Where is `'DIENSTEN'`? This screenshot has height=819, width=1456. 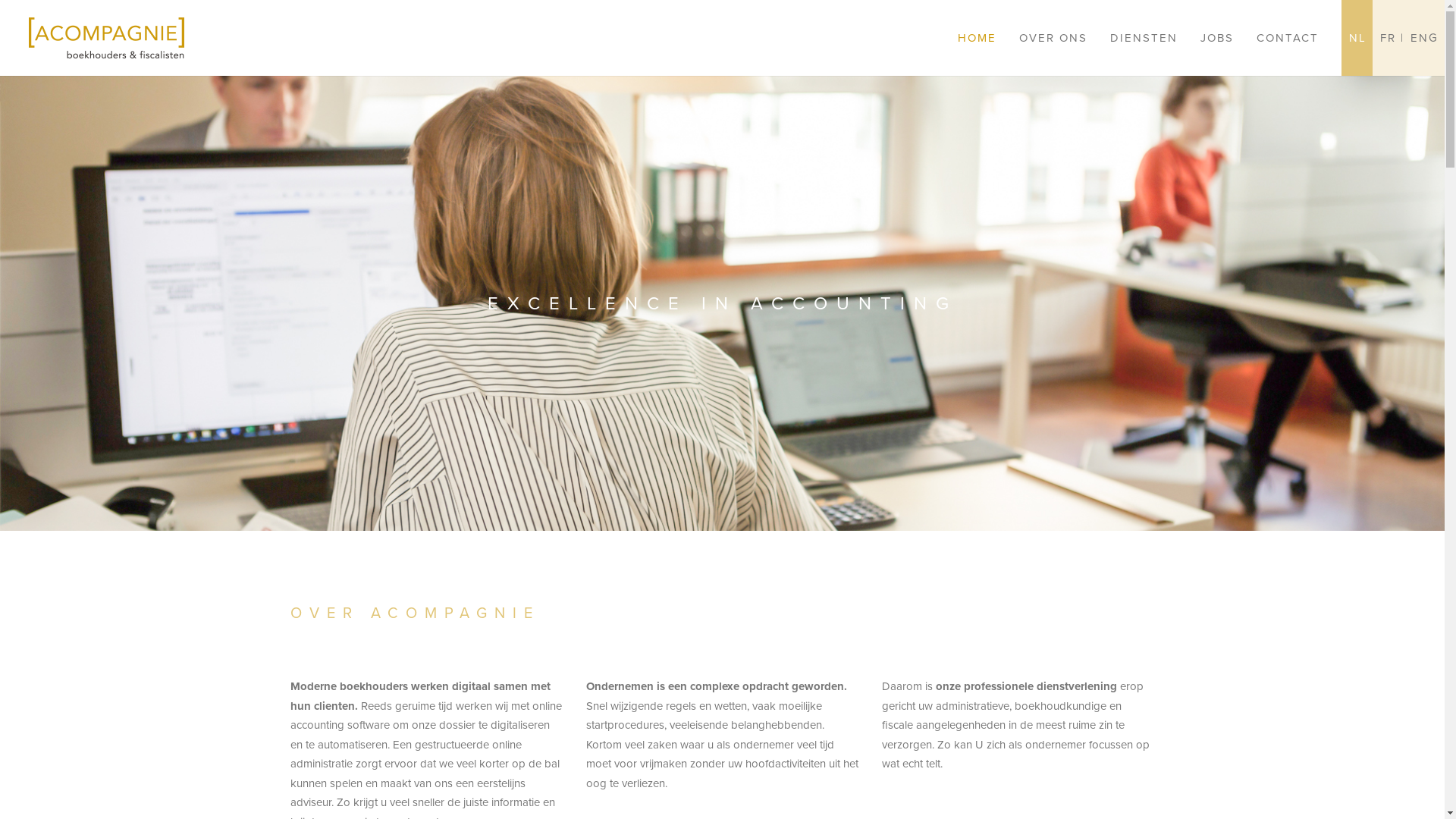
'DIENSTEN' is located at coordinates (1144, 37).